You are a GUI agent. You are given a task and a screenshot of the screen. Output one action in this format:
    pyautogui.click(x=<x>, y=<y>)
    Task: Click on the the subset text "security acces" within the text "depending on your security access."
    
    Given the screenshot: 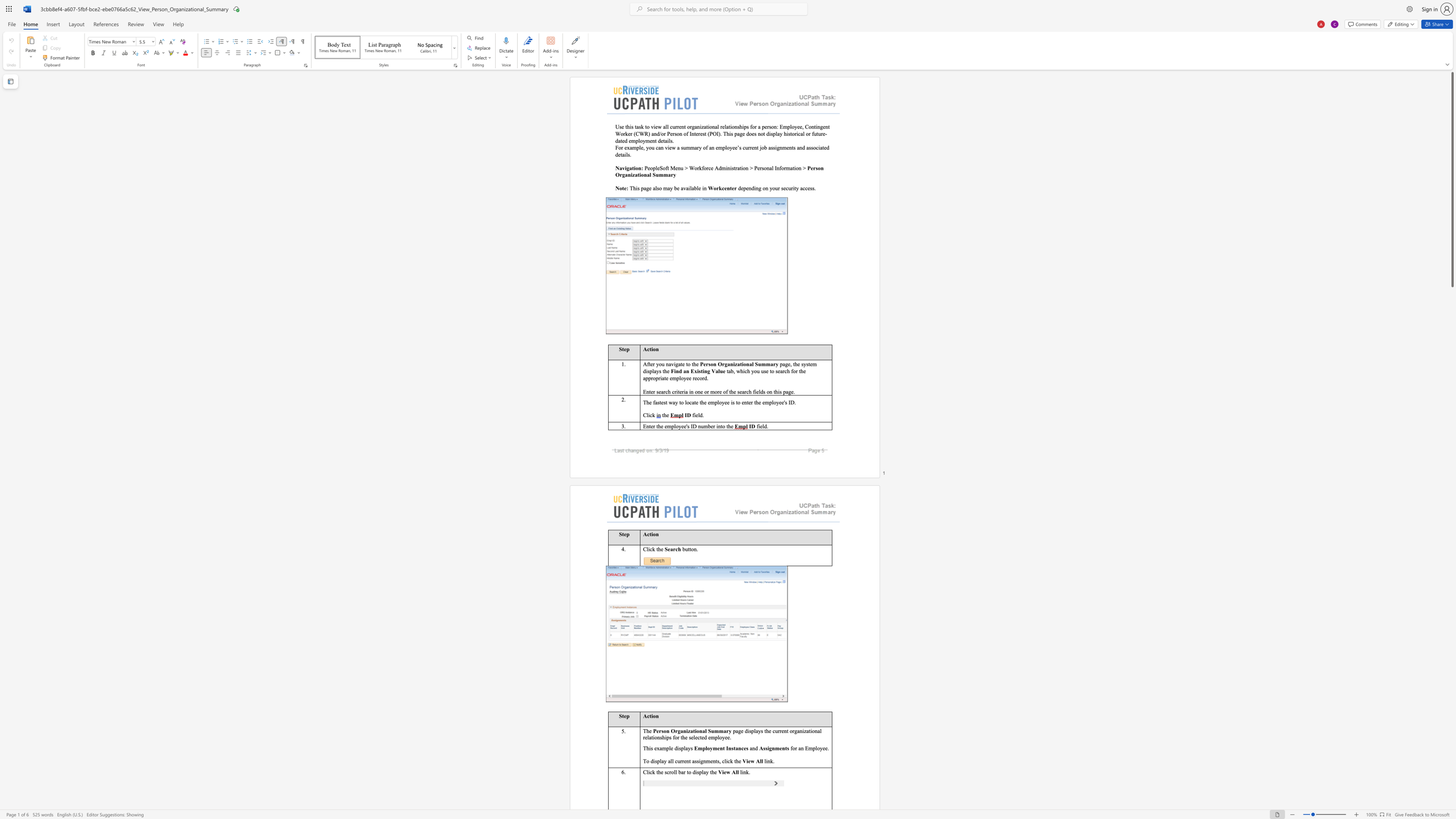 What is the action you would take?
    pyautogui.click(x=781, y=188)
    